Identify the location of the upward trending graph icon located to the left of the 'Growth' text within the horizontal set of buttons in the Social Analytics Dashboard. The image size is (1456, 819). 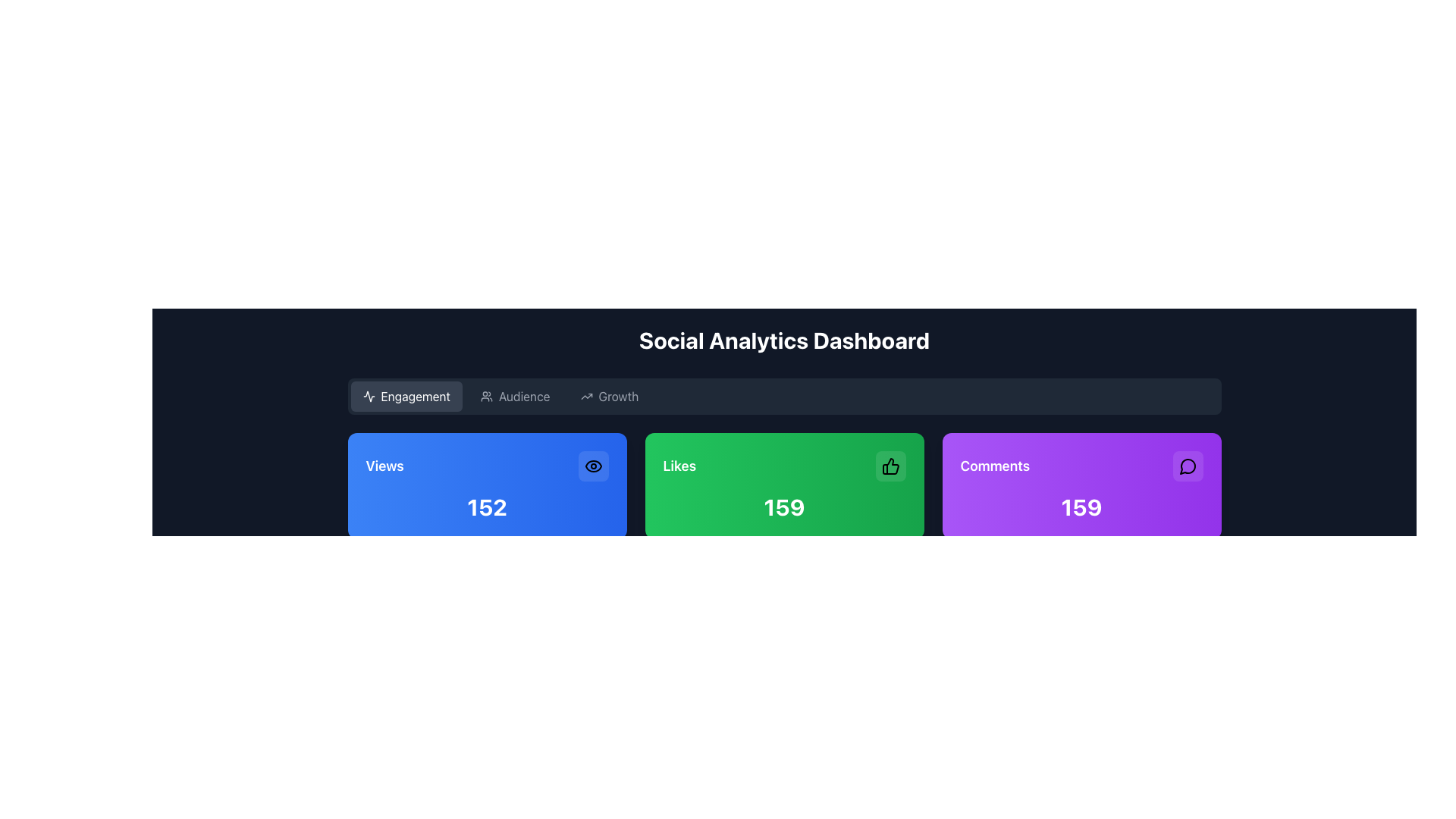
(585, 396).